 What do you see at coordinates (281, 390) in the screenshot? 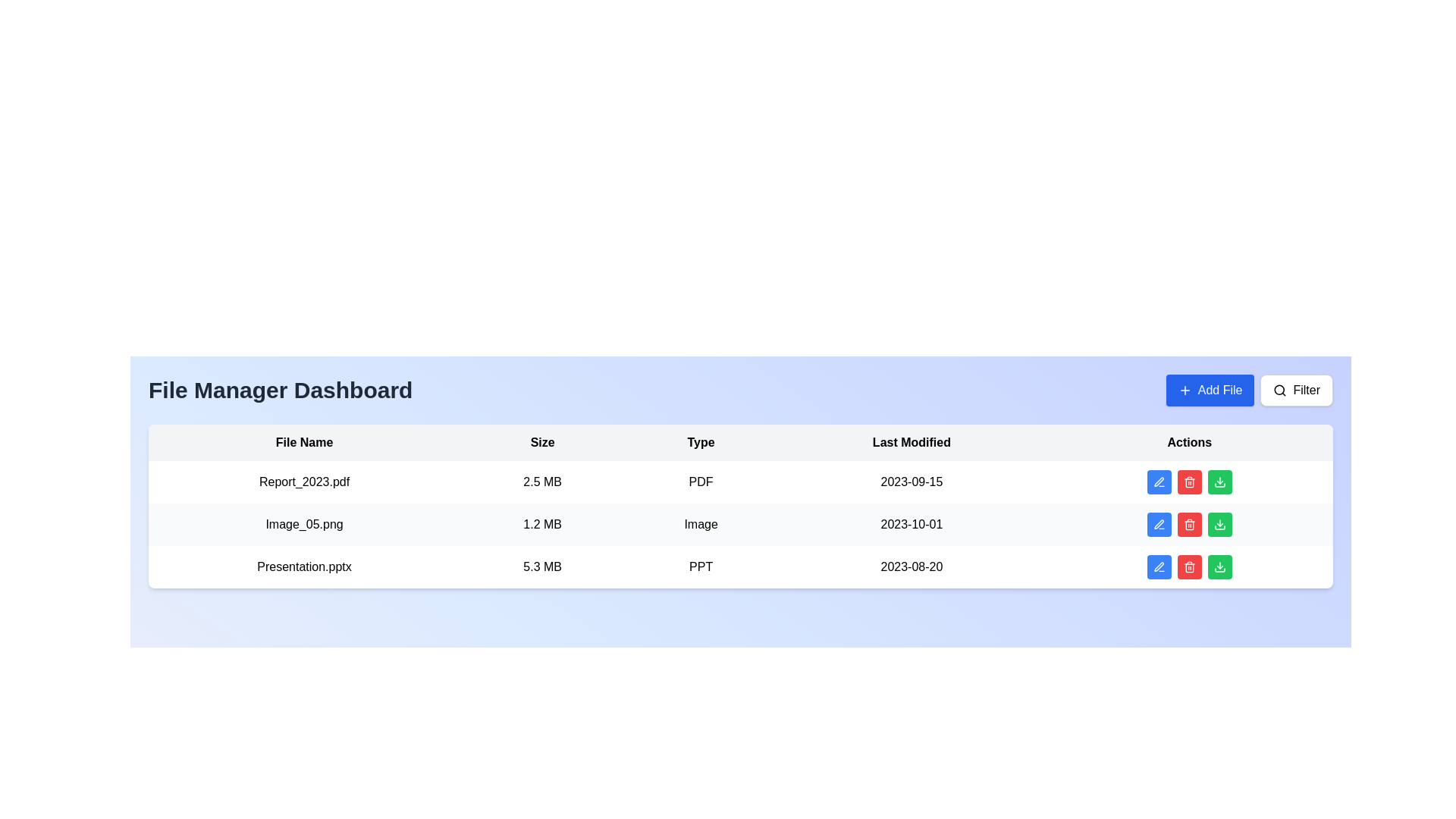
I see `the Text Header element that serves as the title for the file management dashboard, located at the leftmost position in the header area` at bounding box center [281, 390].